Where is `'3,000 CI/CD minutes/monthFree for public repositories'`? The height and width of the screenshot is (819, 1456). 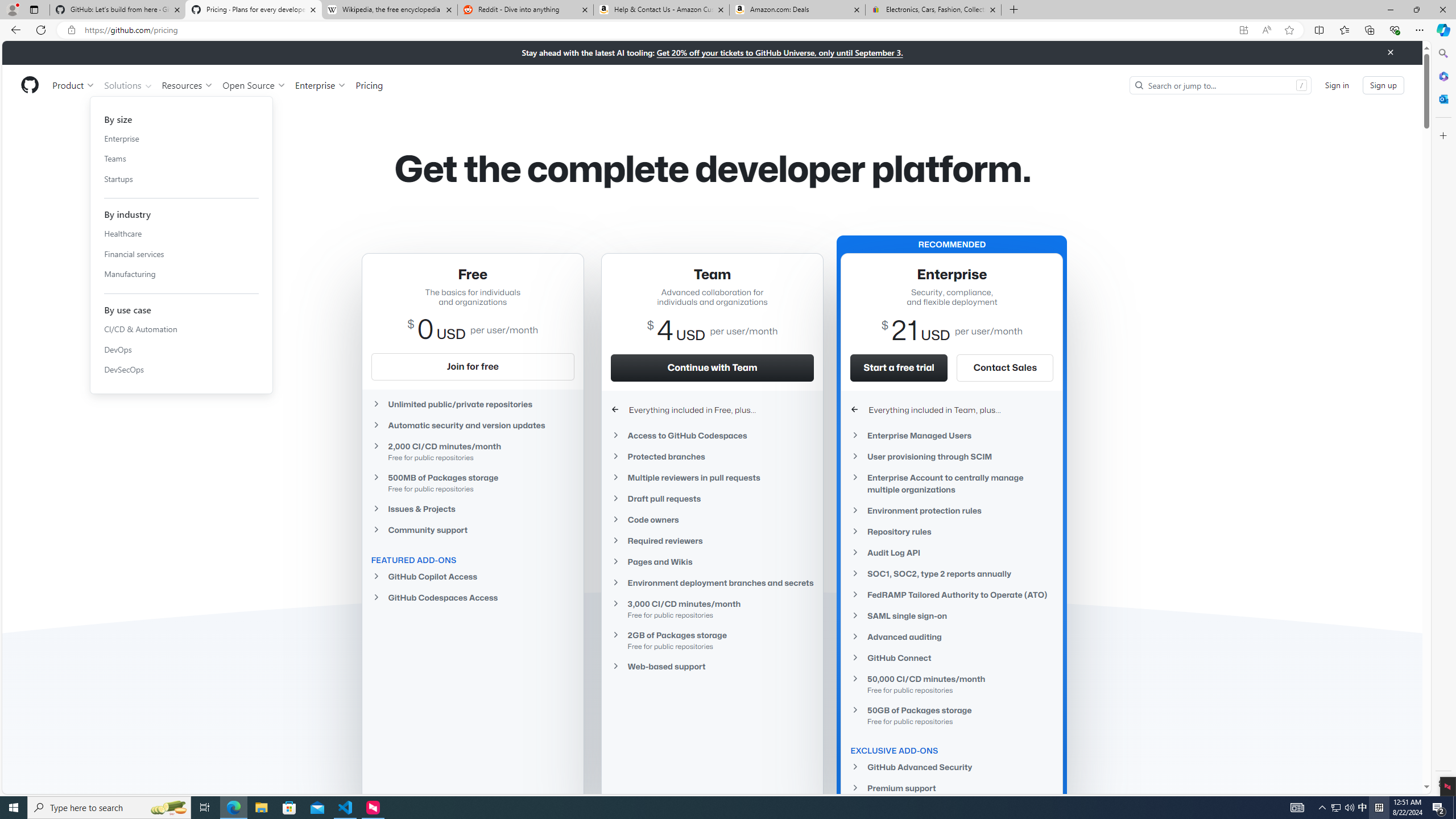
'3,000 CI/CD minutes/monthFree for public repositories' is located at coordinates (712, 608).